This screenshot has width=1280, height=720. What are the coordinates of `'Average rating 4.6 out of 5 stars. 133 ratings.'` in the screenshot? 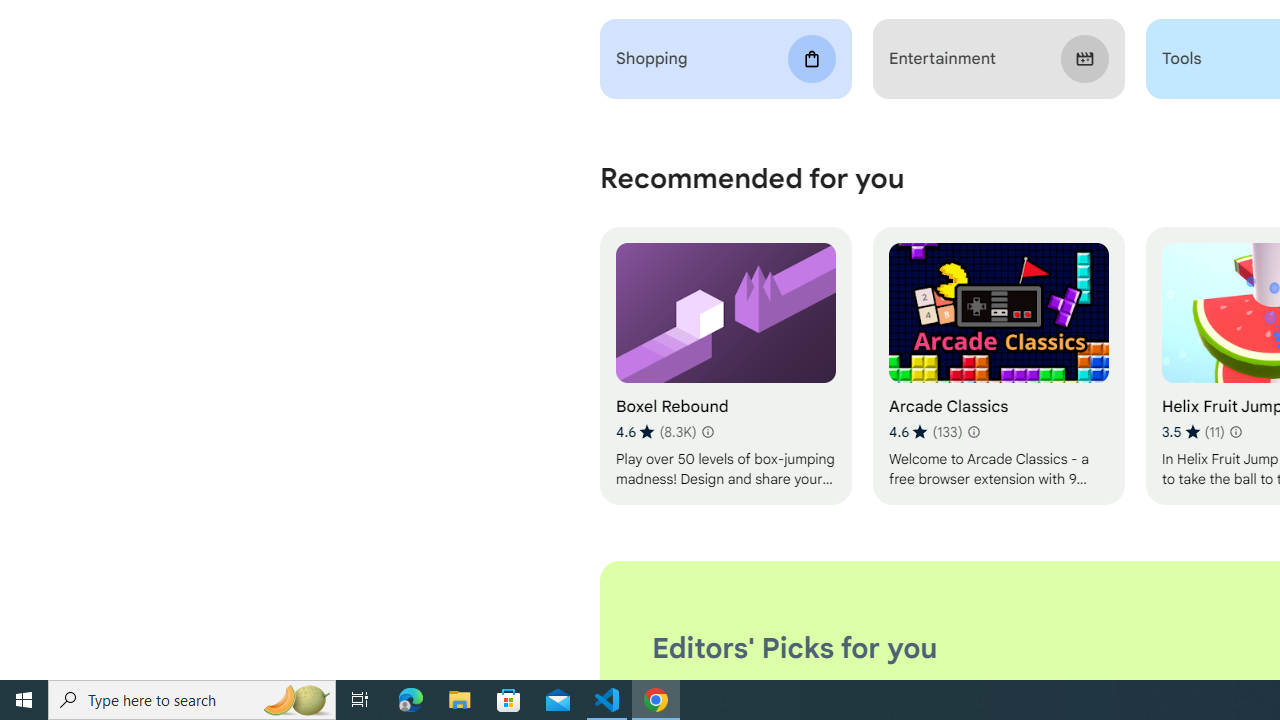 It's located at (924, 431).